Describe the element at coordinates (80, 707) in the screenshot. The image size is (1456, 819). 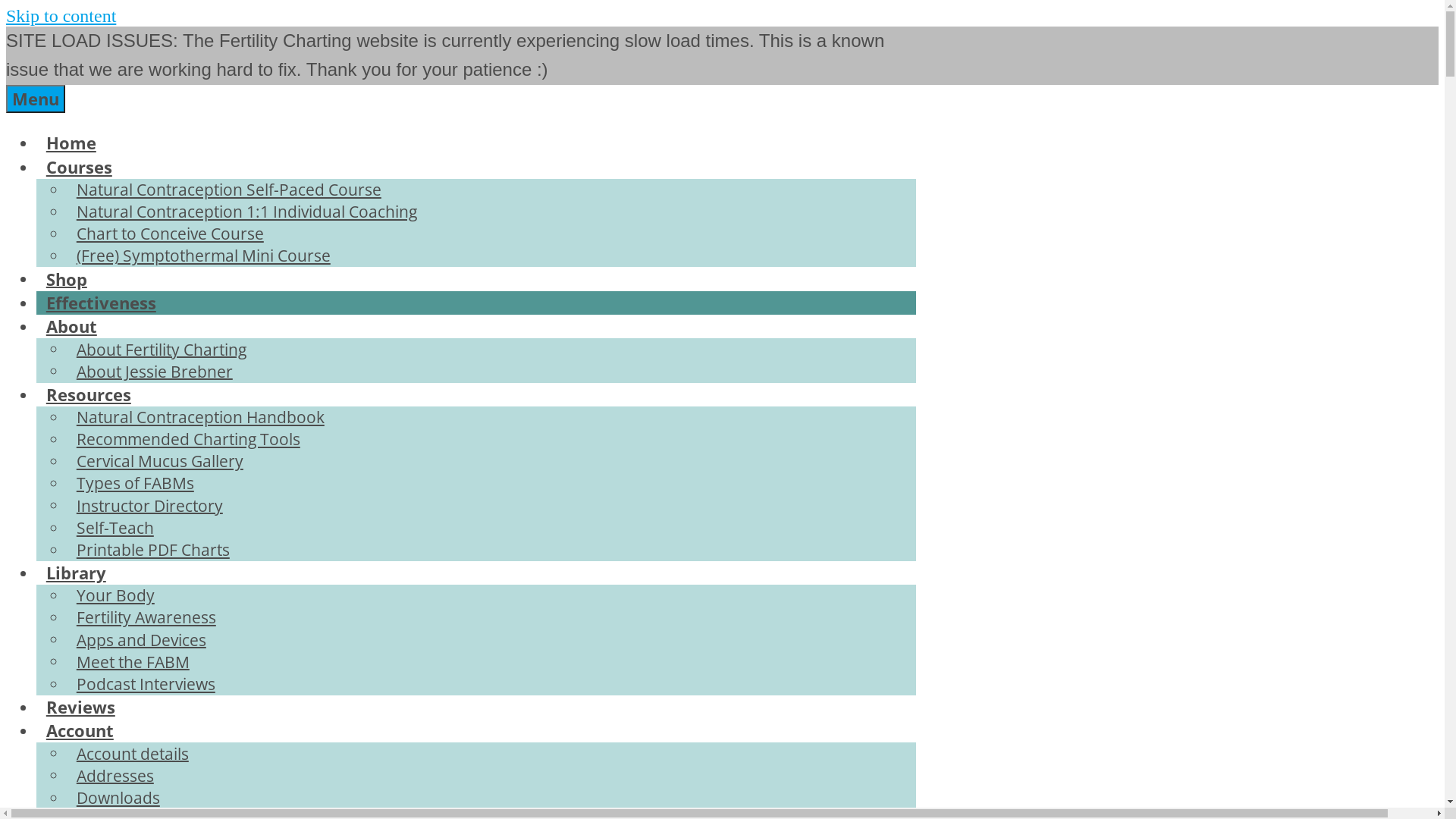
I see `'Reviews'` at that location.